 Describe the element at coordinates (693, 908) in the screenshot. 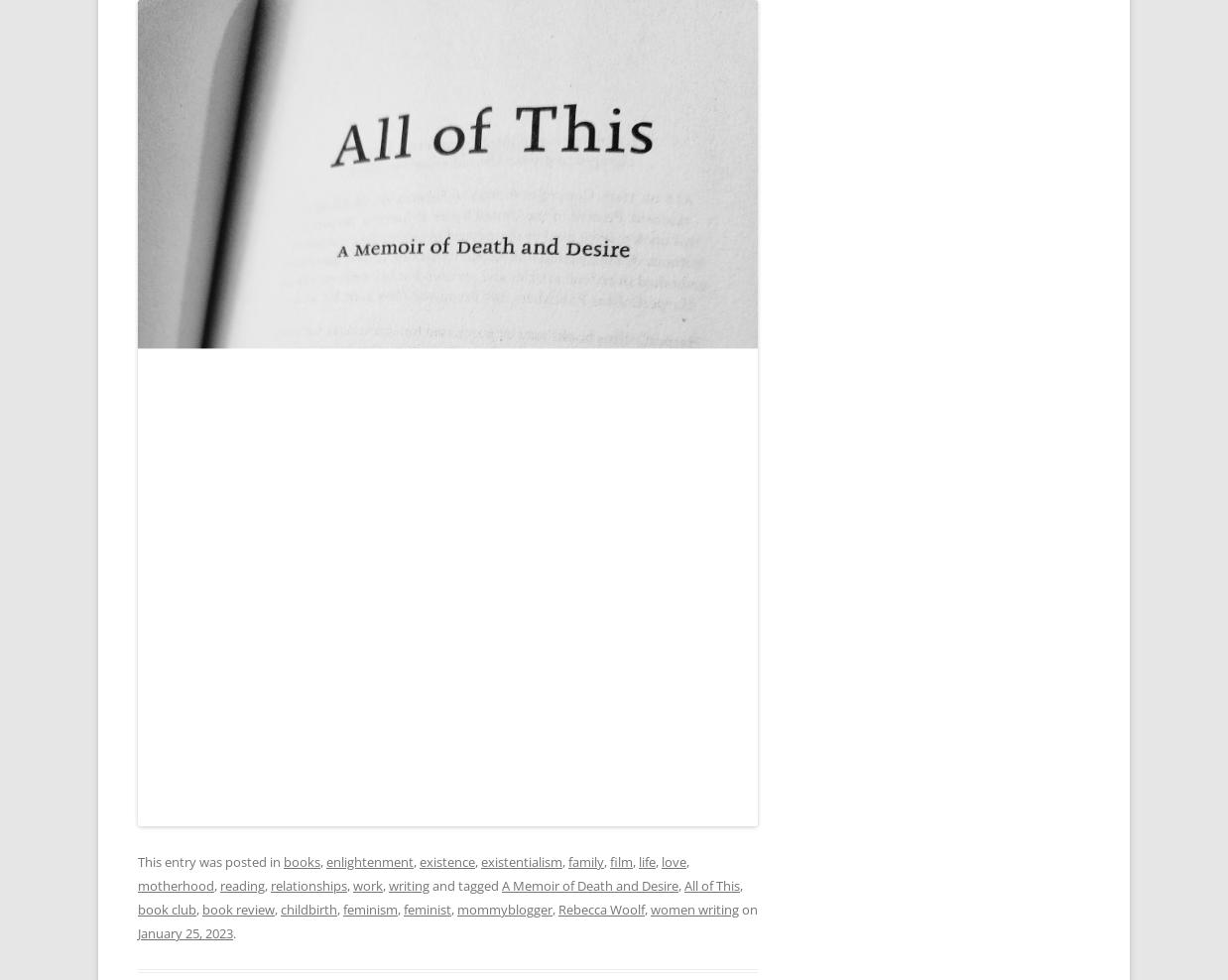

I see `'women writing'` at that location.